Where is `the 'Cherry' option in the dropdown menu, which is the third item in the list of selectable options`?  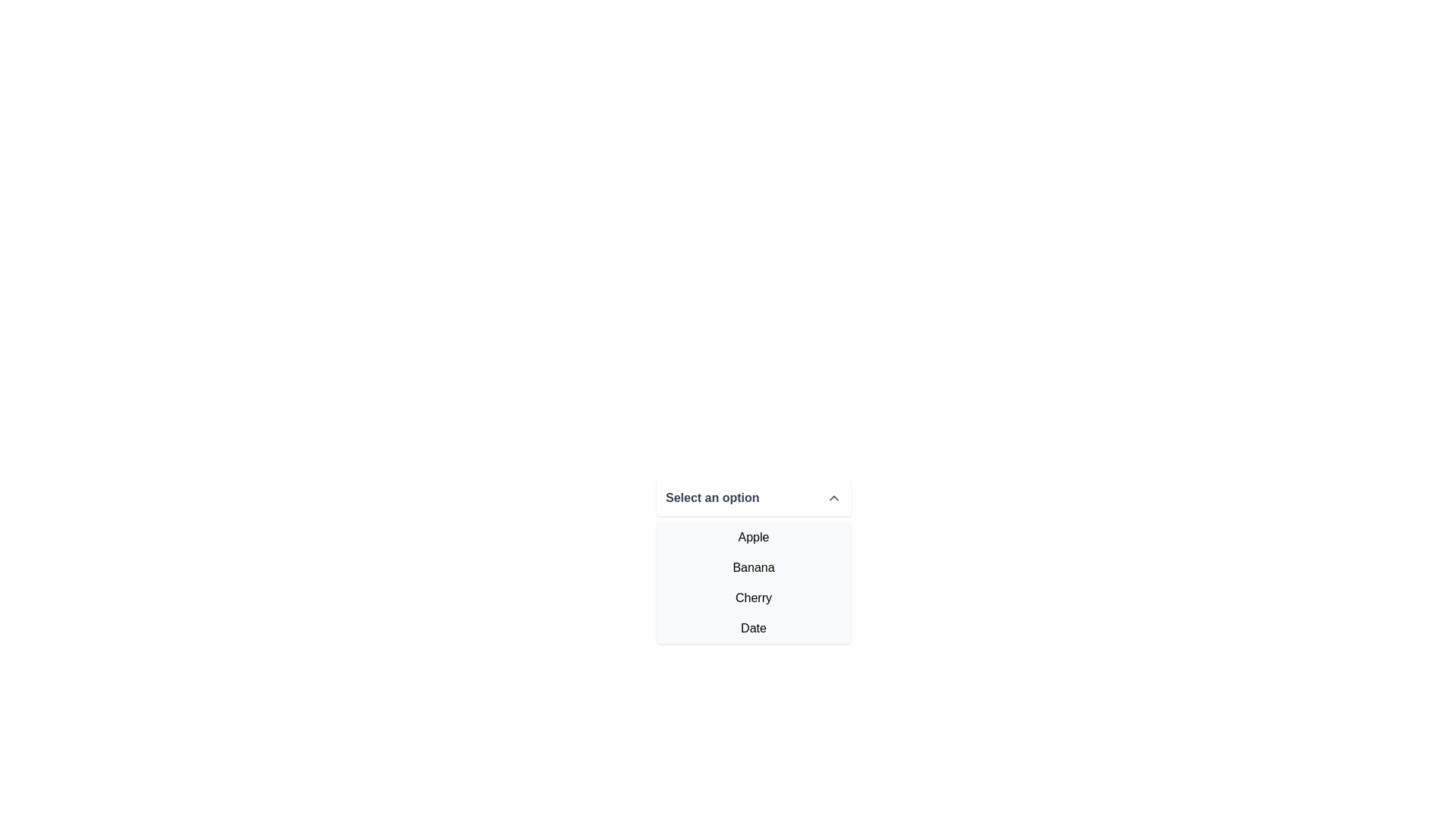 the 'Cherry' option in the dropdown menu, which is the third item in the list of selectable options is located at coordinates (753, 598).